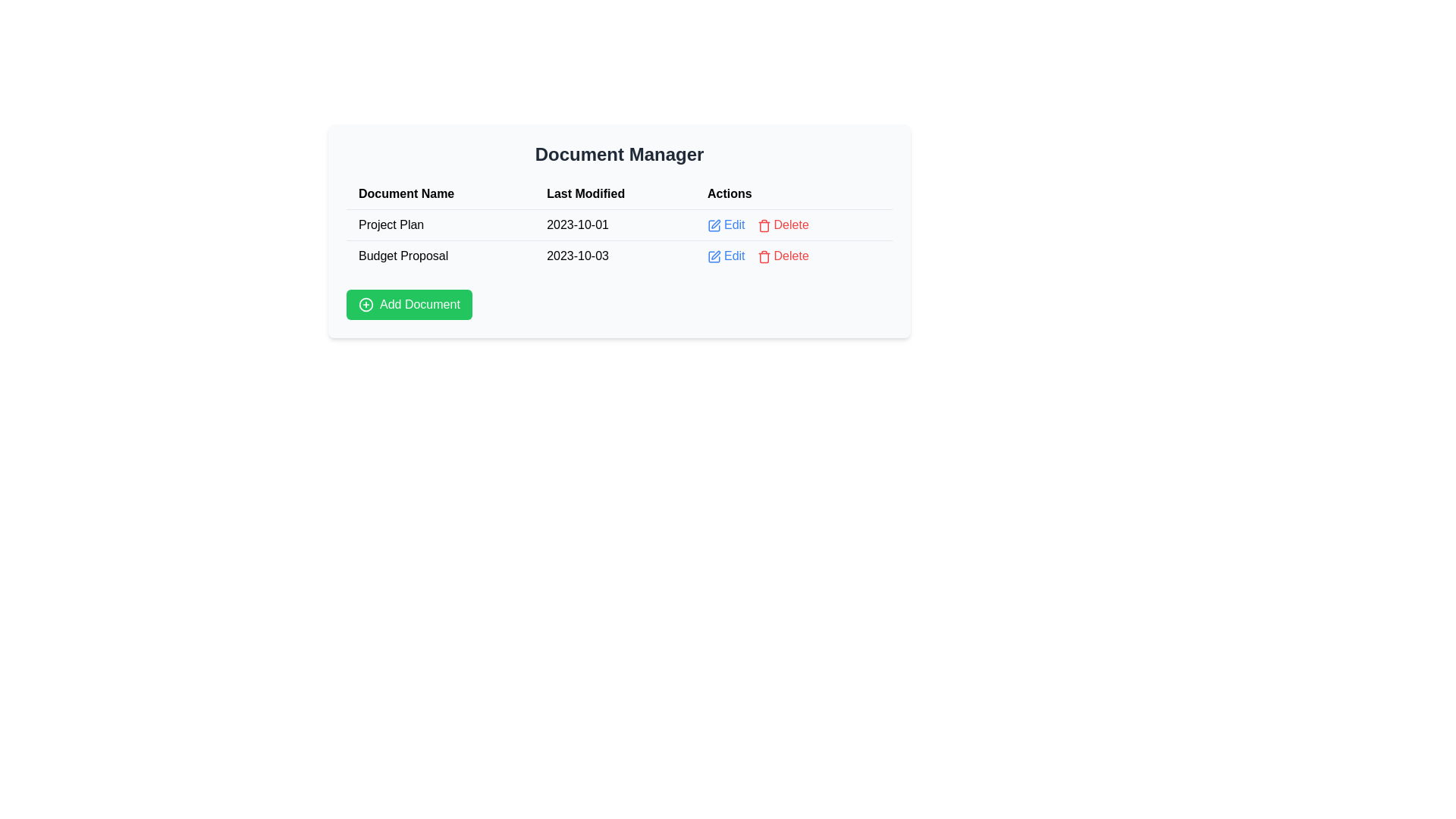  Describe the element at coordinates (764, 227) in the screenshot. I see `the 'Delete' icon in the last column under the 'Actions' header for the 'Budget Proposal' entry` at that location.